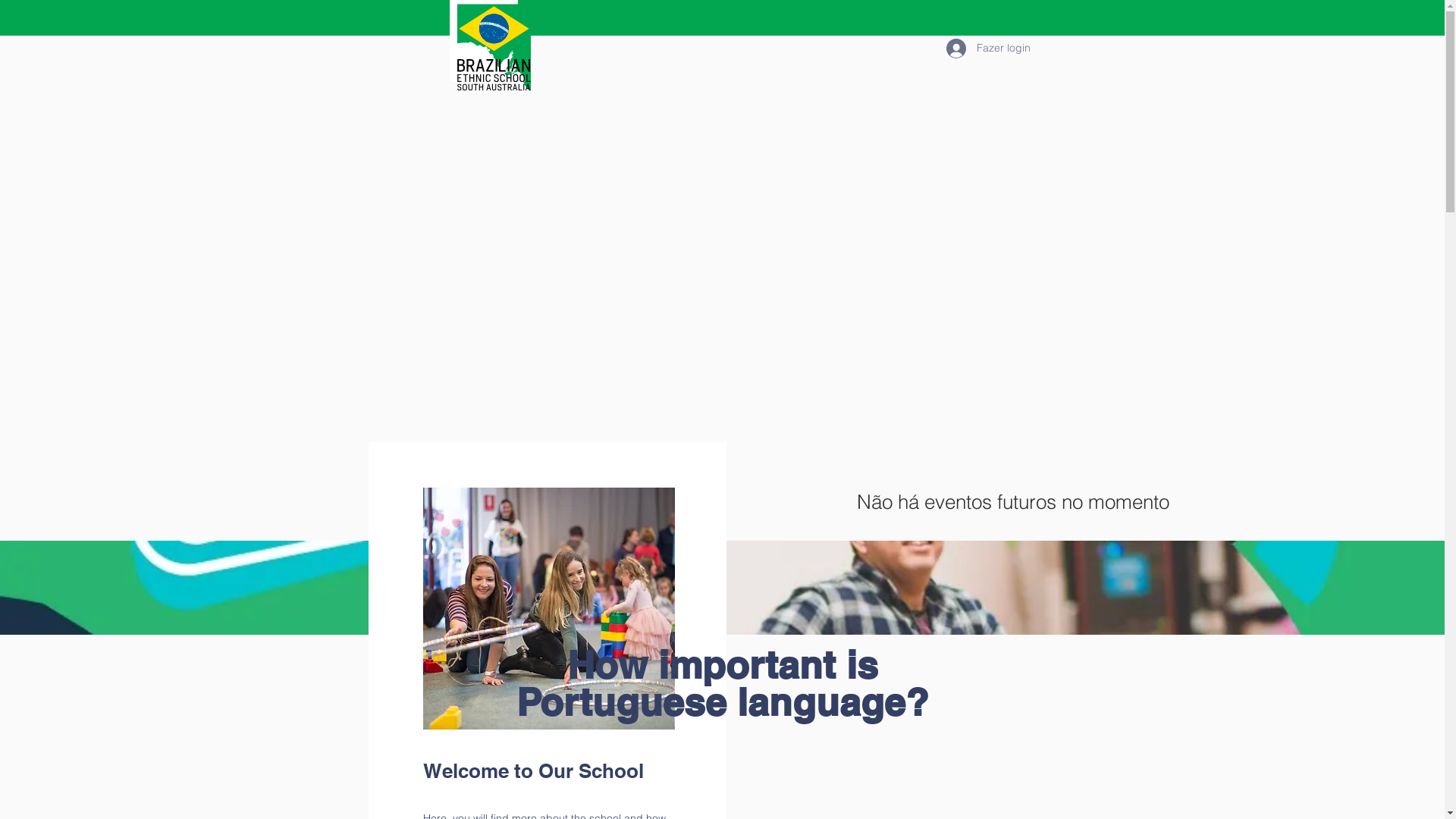 The height and width of the screenshot is (819, 1456). I want to click on 'Fazer login', so click(981, 46).